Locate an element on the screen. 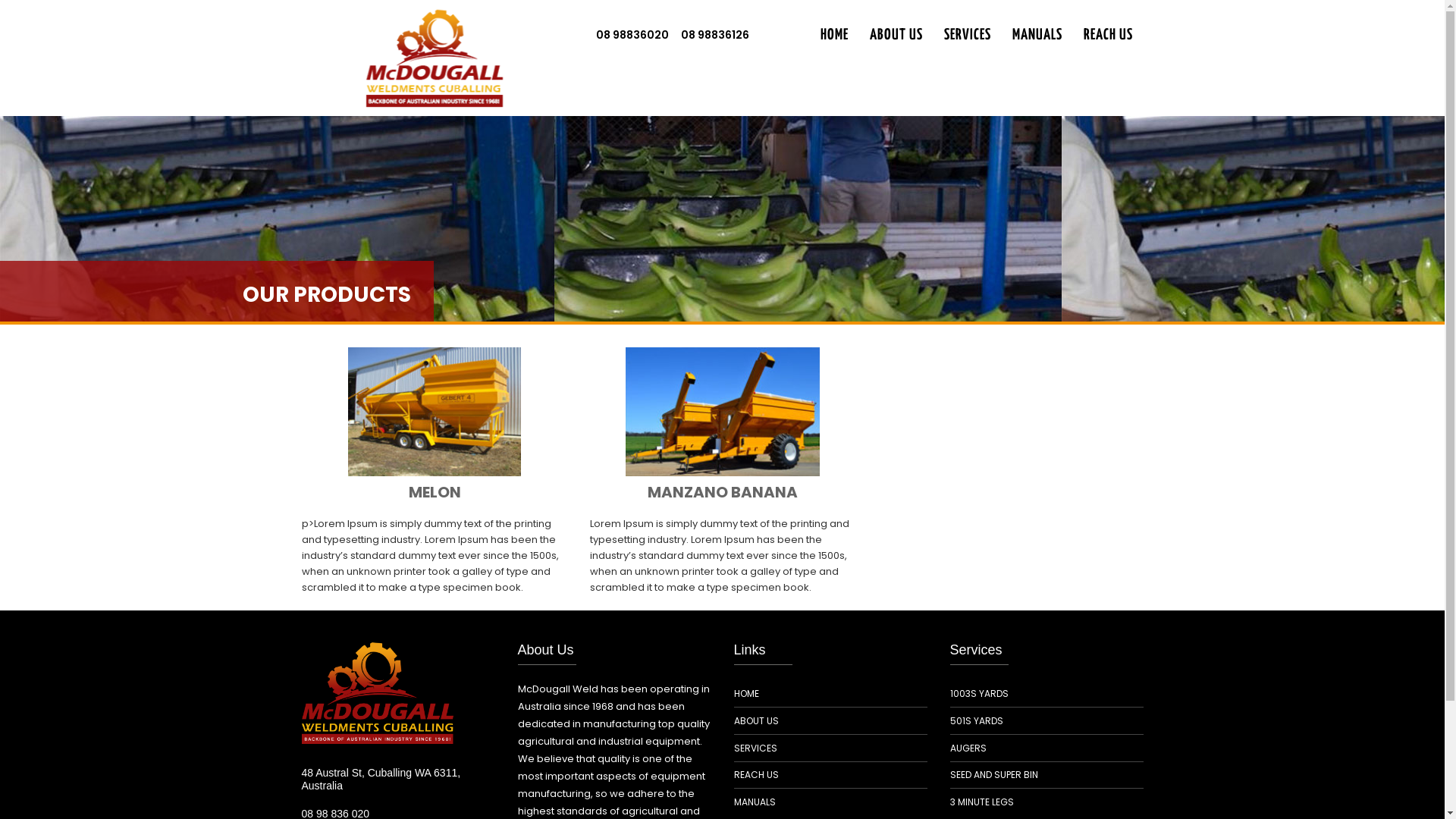  'SEED AND SUPER BIN' is located at coordinates (993, 775).